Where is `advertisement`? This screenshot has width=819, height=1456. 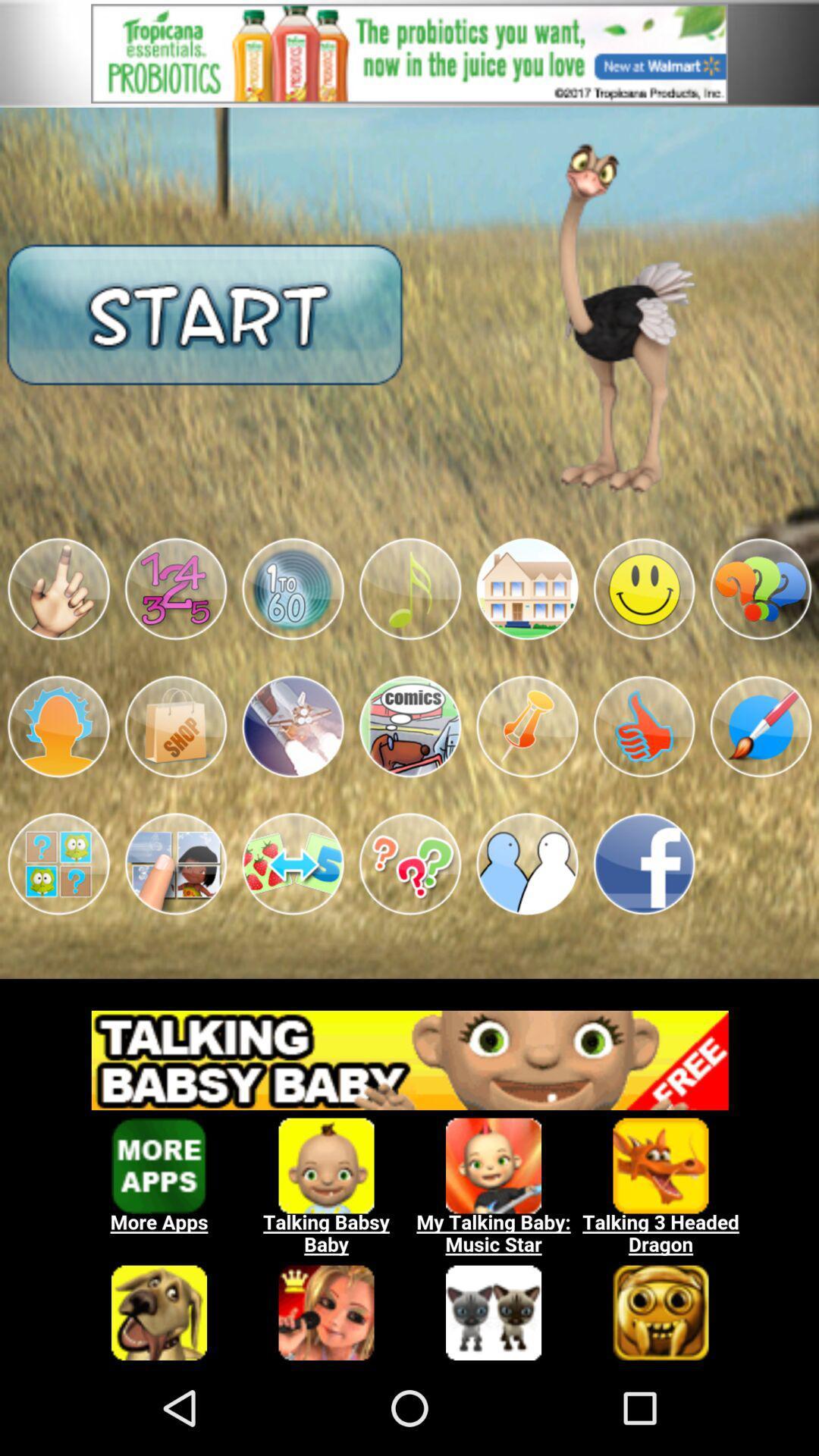
advertisement is located at coordinates (409, 1176).